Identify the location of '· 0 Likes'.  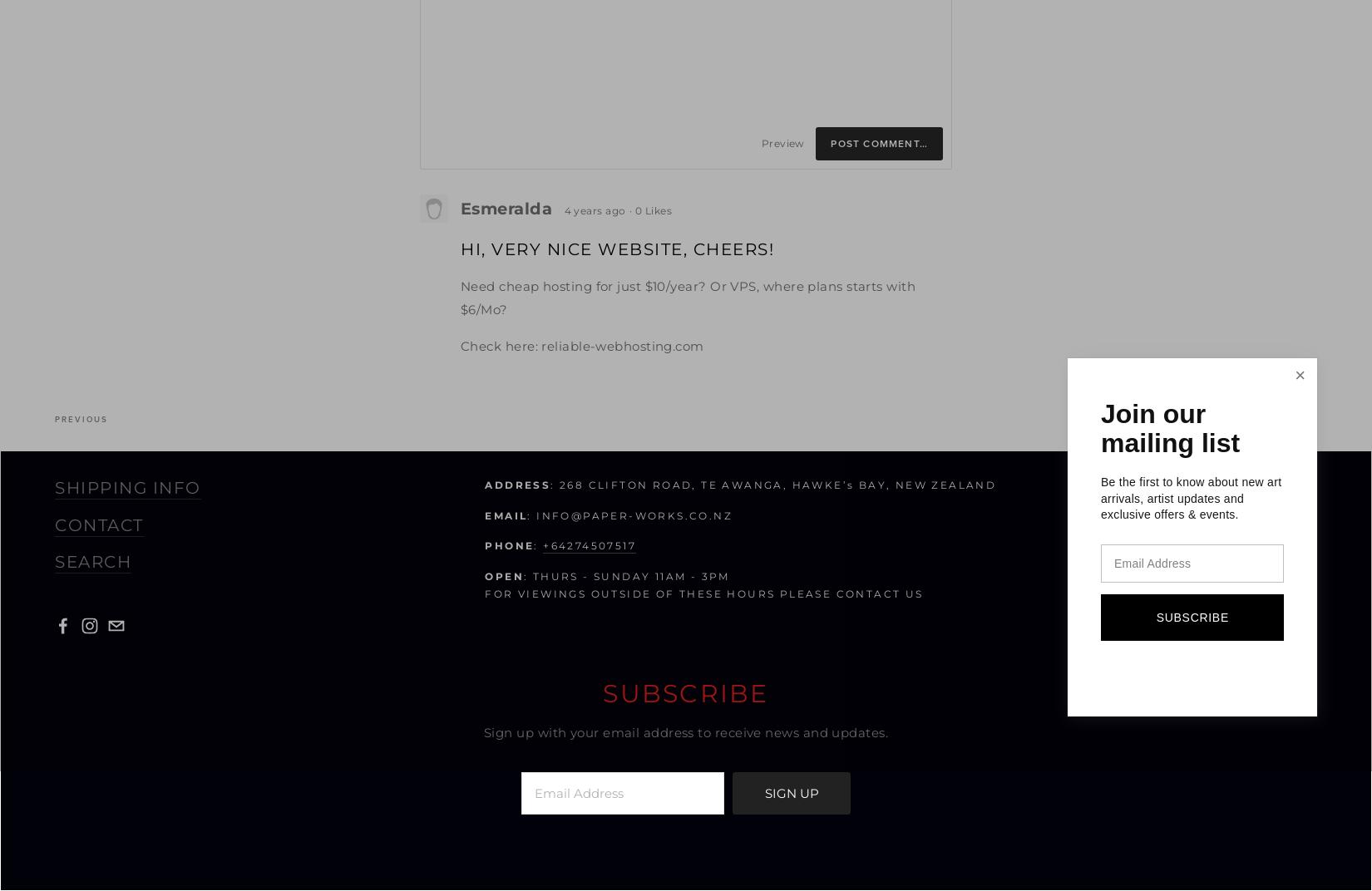
(649, 209).